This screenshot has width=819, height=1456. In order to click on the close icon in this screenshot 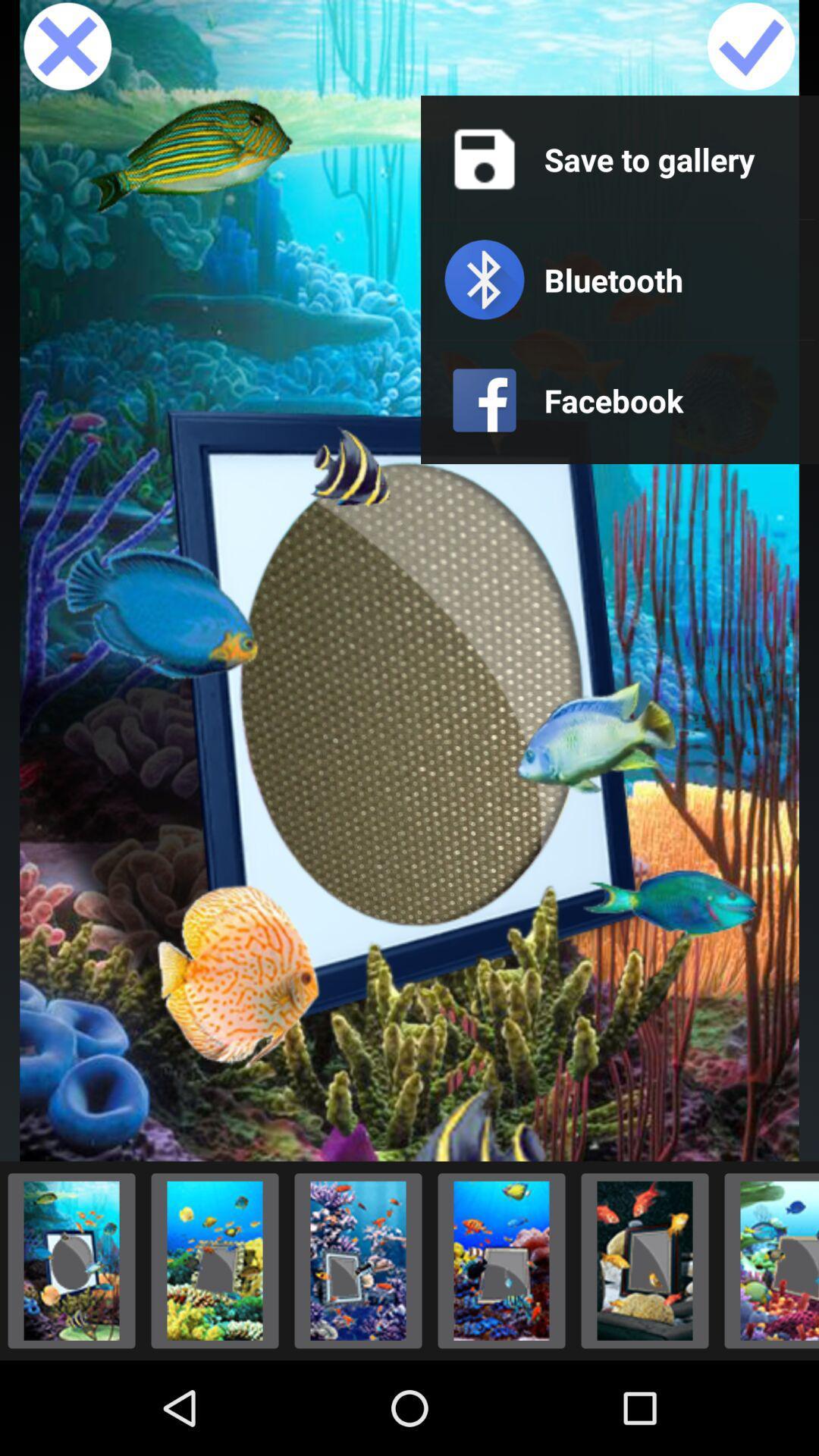, I will do `click(67, 51)`.